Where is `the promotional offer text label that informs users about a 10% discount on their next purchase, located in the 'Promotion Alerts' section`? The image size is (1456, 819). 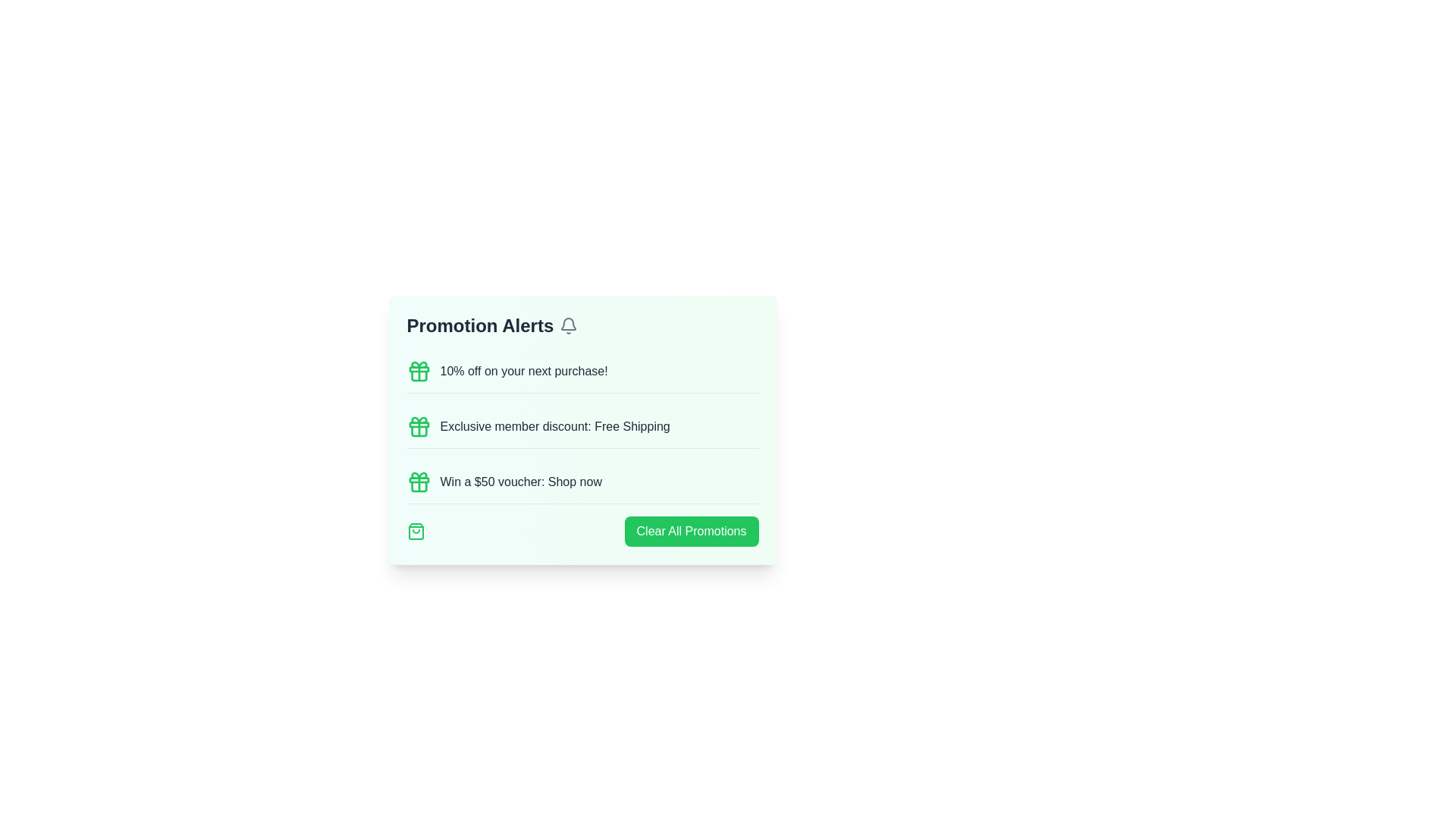
the promotional offer text label that informs users about a 10% discount on their next purchase, located in the 'Promotion Alerts' section is located at coordinates (524, 371).